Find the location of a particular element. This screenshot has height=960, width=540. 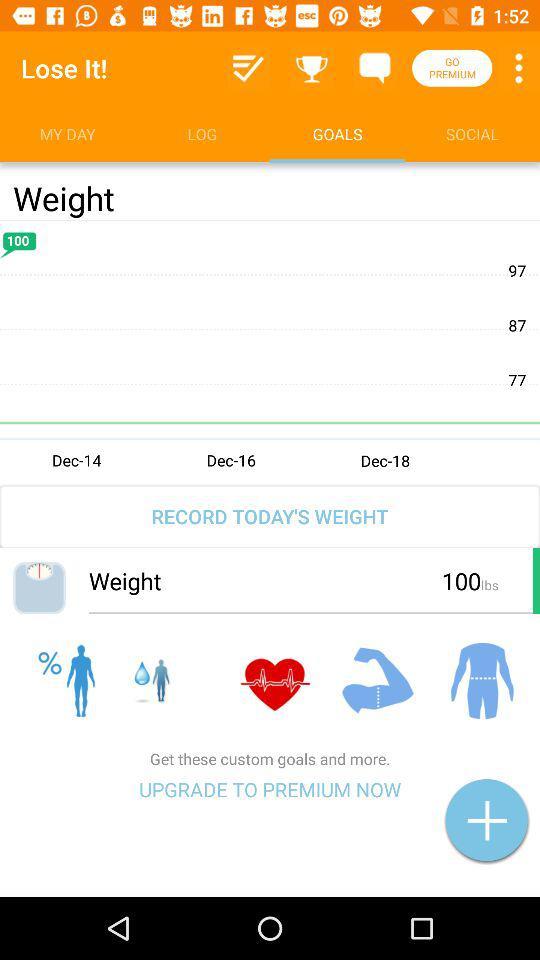

the item next to lose it! is located at coordinates (248, 68).